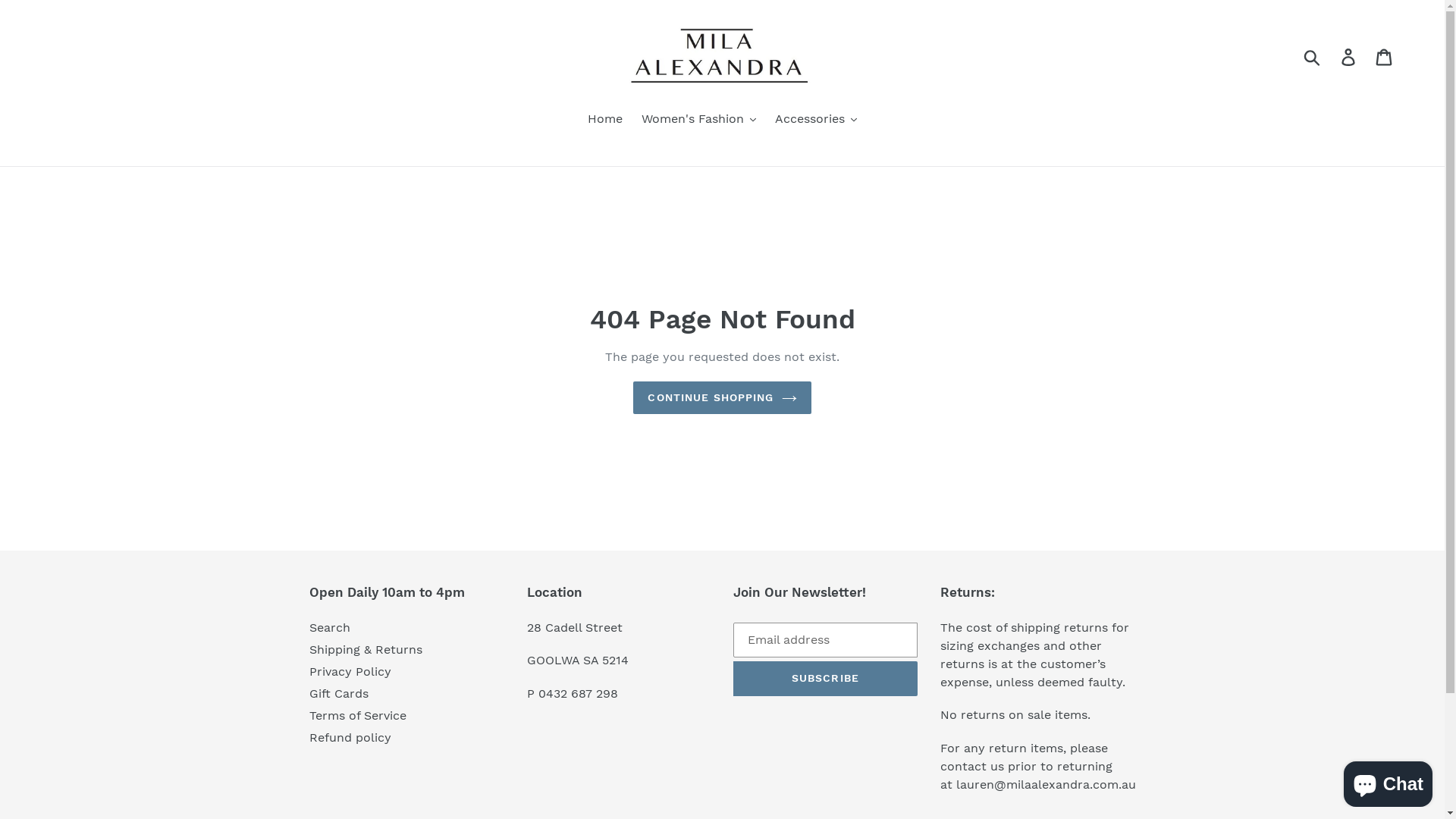 Image resolution: width=1456 pixels, height=819 pixels. Describe the element at coordinates (1045, 784) in the screenshot. I see `'lauren@milaalexandra.com.au'` at that location.